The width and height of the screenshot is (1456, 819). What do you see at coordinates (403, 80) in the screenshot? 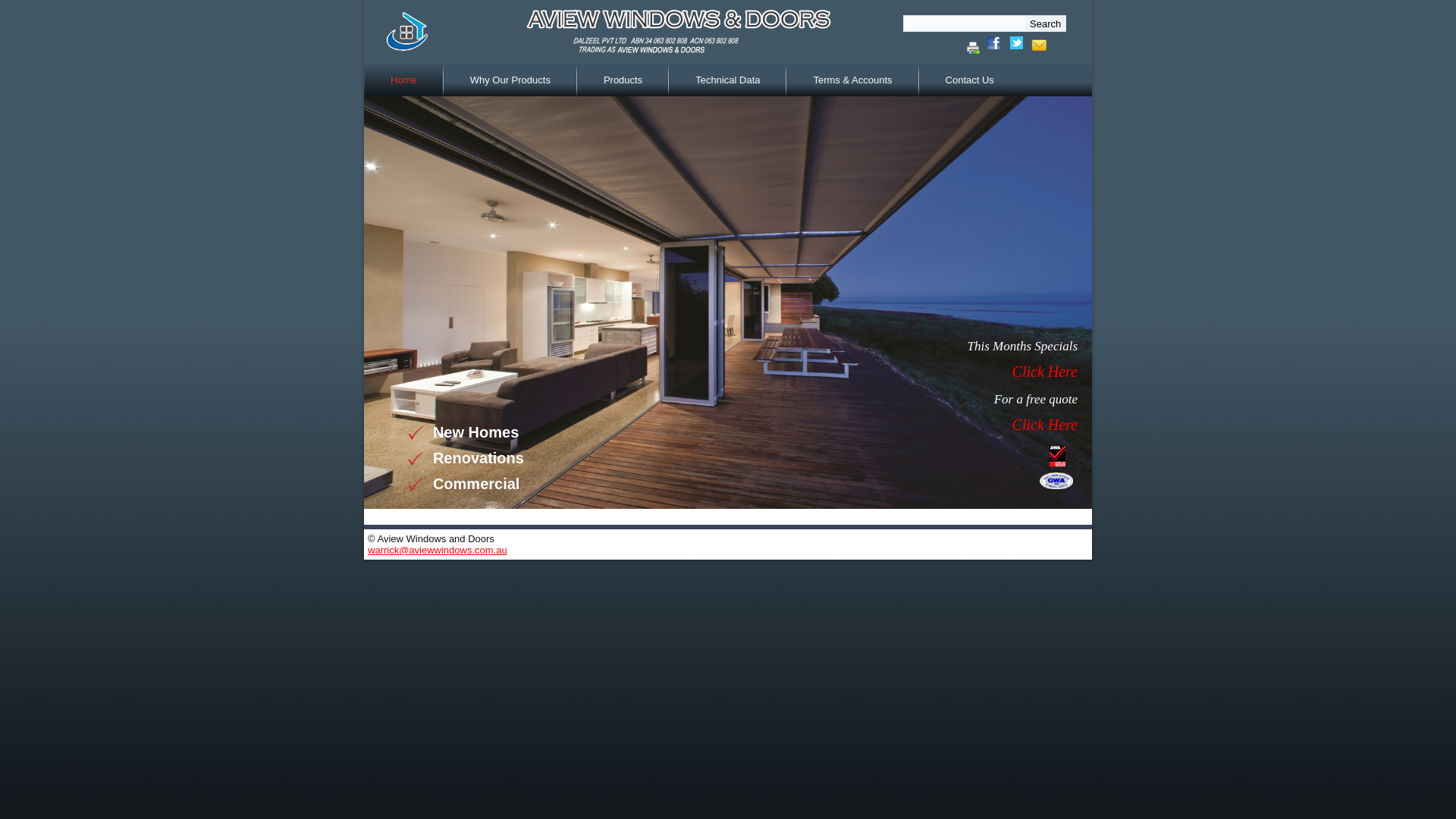
I see `'Home'` at bounding box center [403, 80].